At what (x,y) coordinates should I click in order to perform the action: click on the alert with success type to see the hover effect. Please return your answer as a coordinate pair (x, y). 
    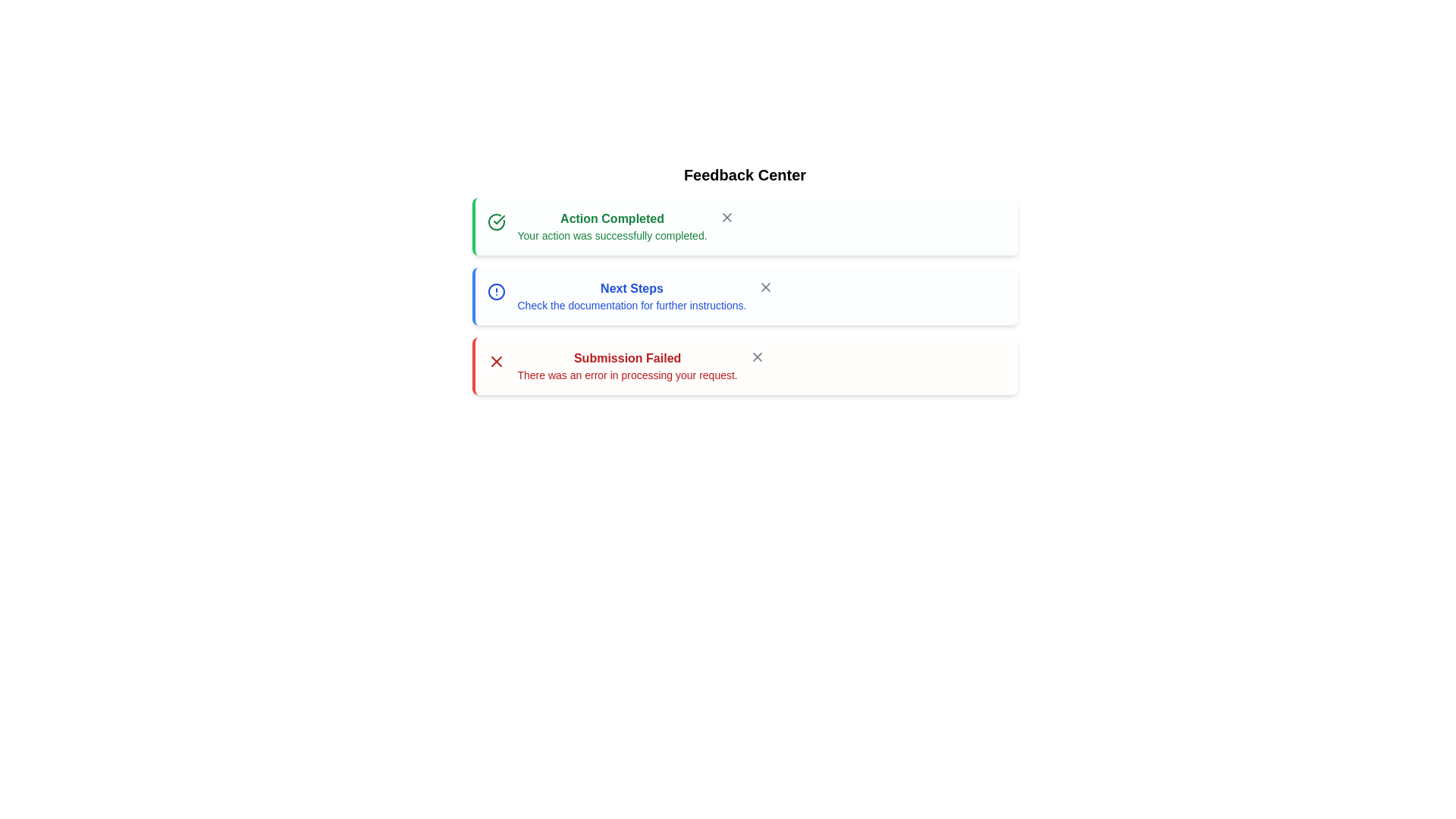
    Looking at the image, I should click on (745, 227).